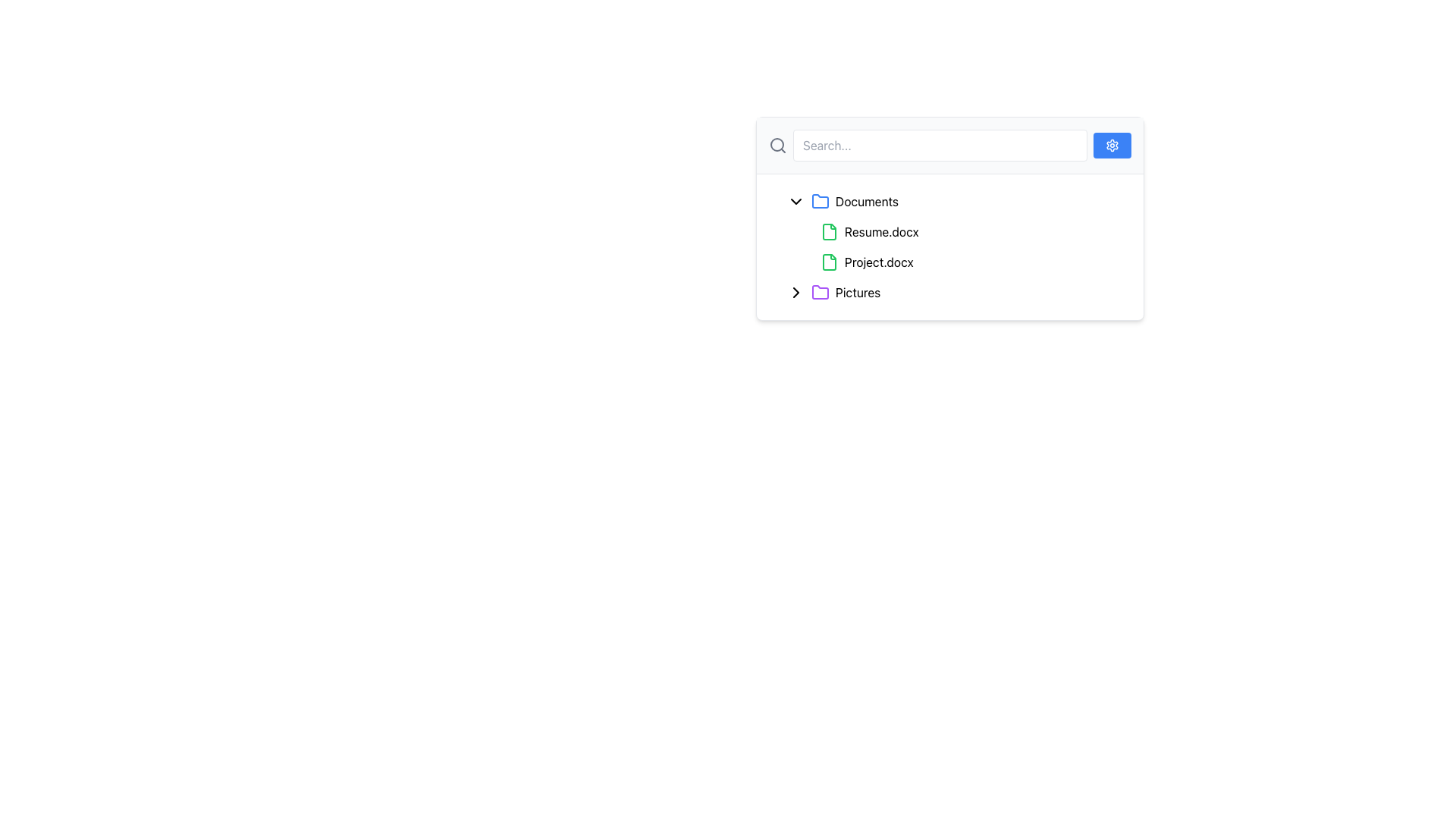 This screenshot has height=819, width=1456. Describe the element at coordinates (795, 292) in the screenshot. I see `the chevron-right arrow icon located to the left of the 'Pictures' folder entry in the sidebar menu` at that location.